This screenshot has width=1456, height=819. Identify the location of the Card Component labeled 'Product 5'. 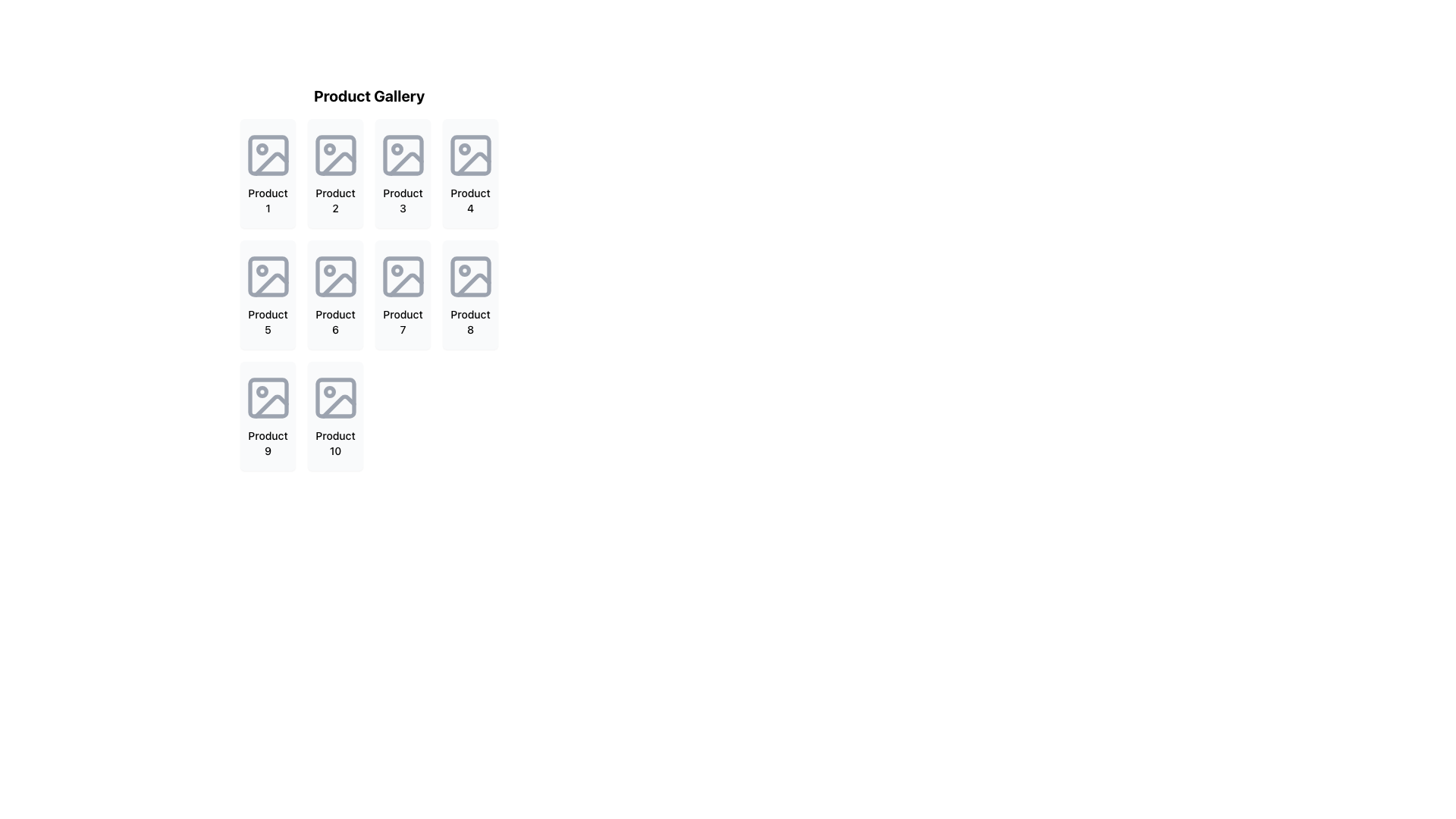
(268, 295).